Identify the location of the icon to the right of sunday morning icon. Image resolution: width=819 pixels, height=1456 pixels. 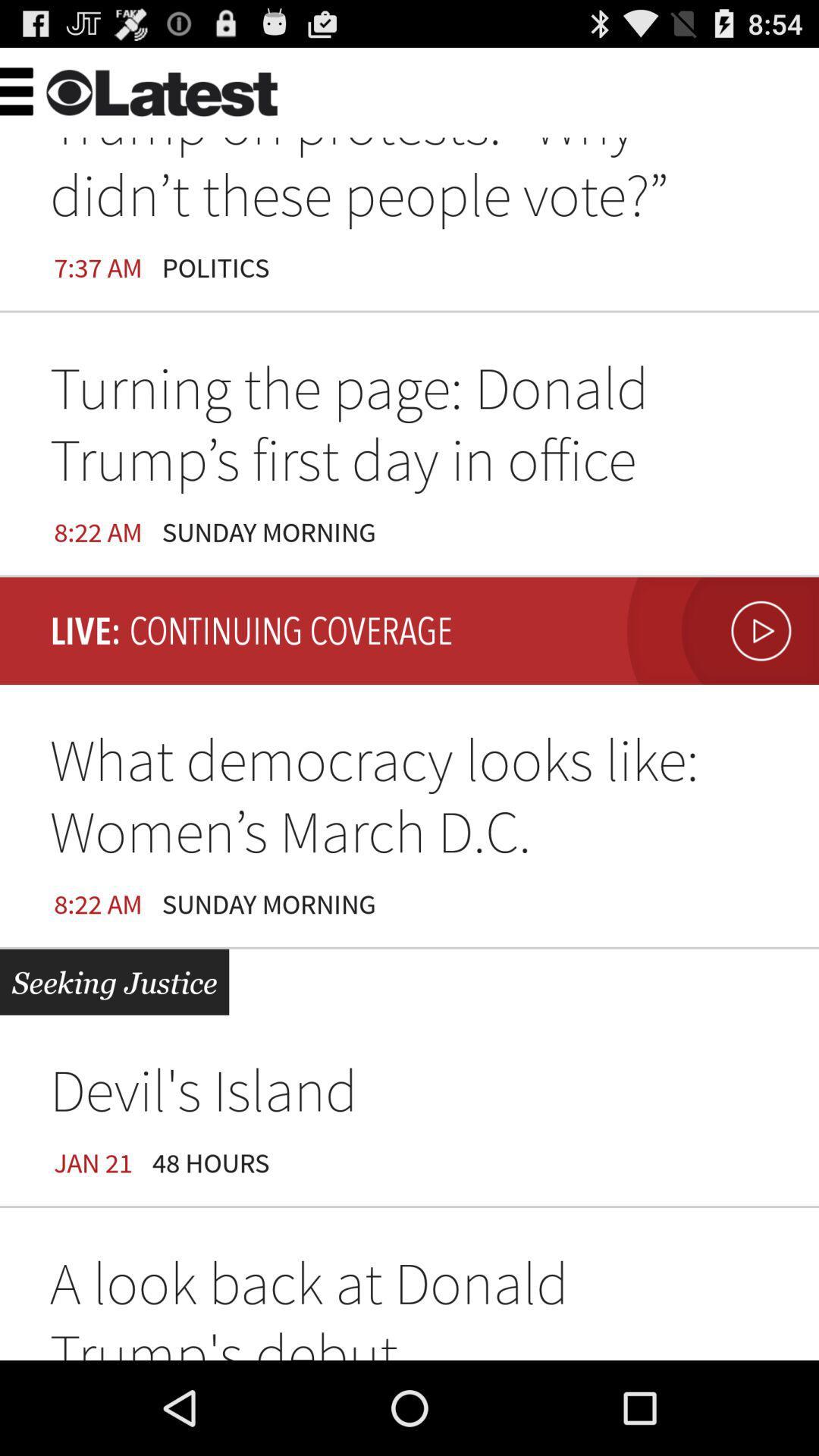
(718, 631).